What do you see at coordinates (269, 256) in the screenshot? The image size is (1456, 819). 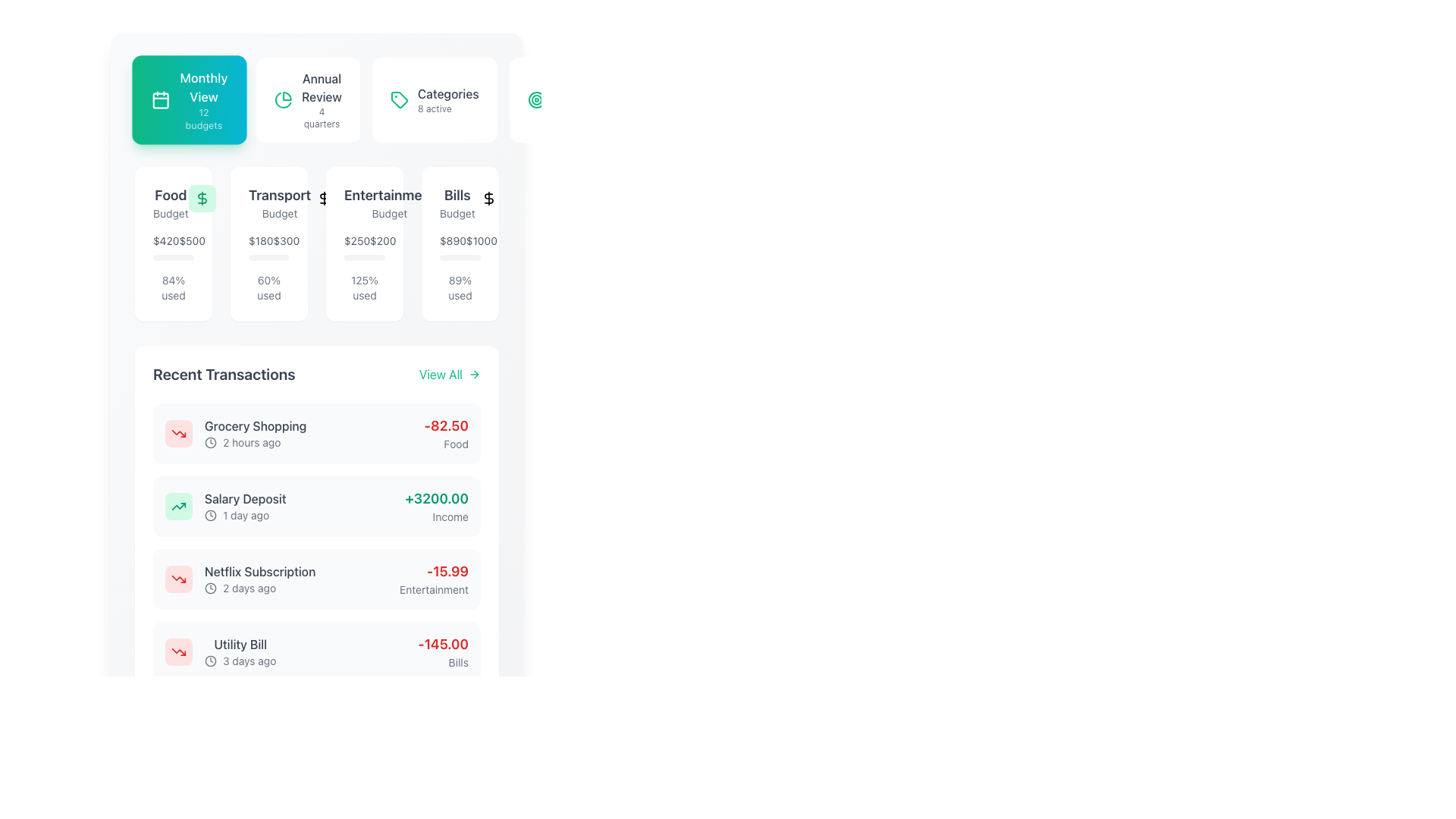 I see `the progress bar located in the second card under the 'Monthly View' section, which indicates a completion level of 60% with a cyan-filled inner portion` at bounding box center [269, 256].